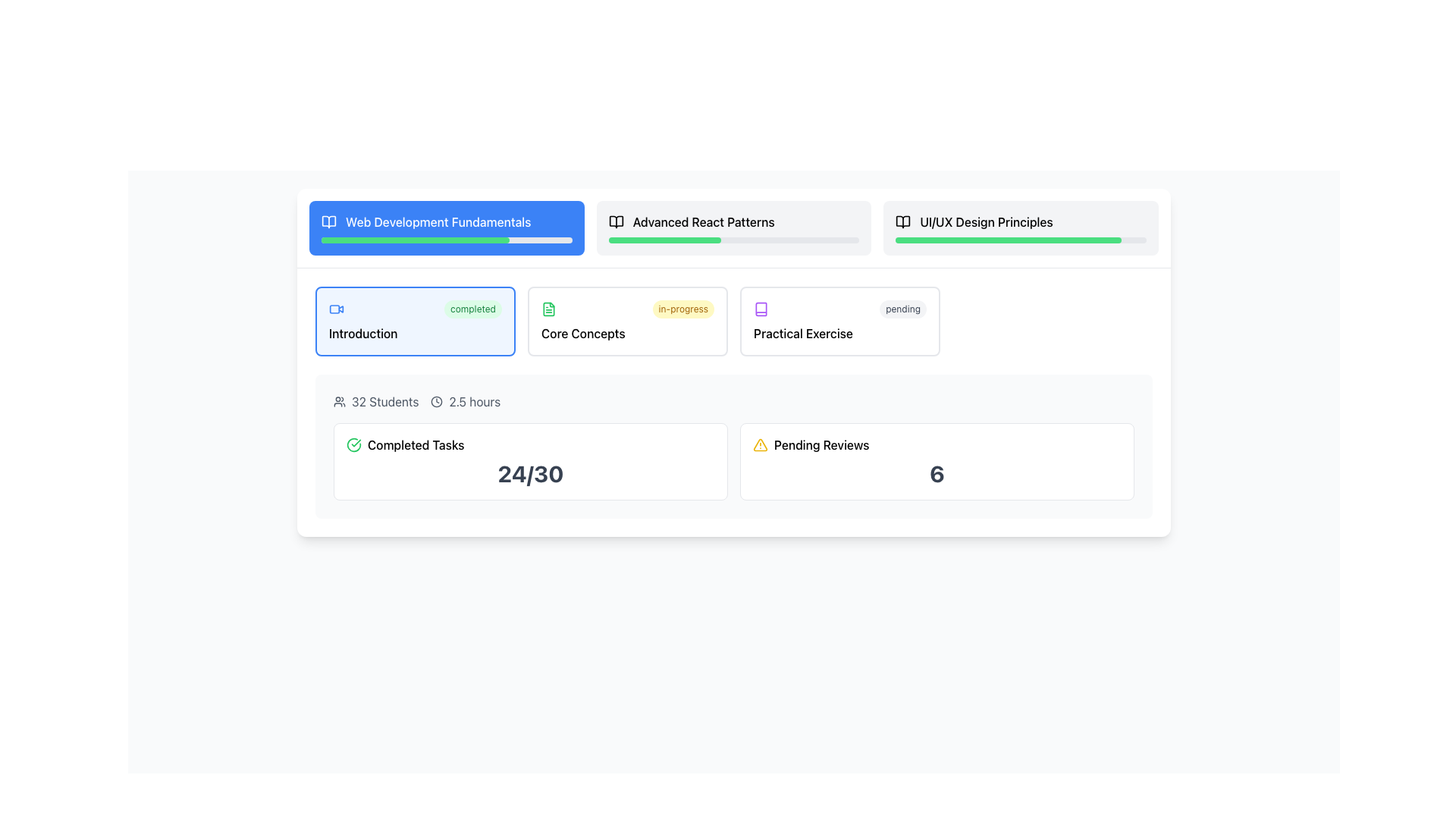 The width and height of the screenshot is (1456, 819). I want to click on the 'Core Concepts' module in the interactive course layout to trigger a tooltip or highlight, so click(628, 321).